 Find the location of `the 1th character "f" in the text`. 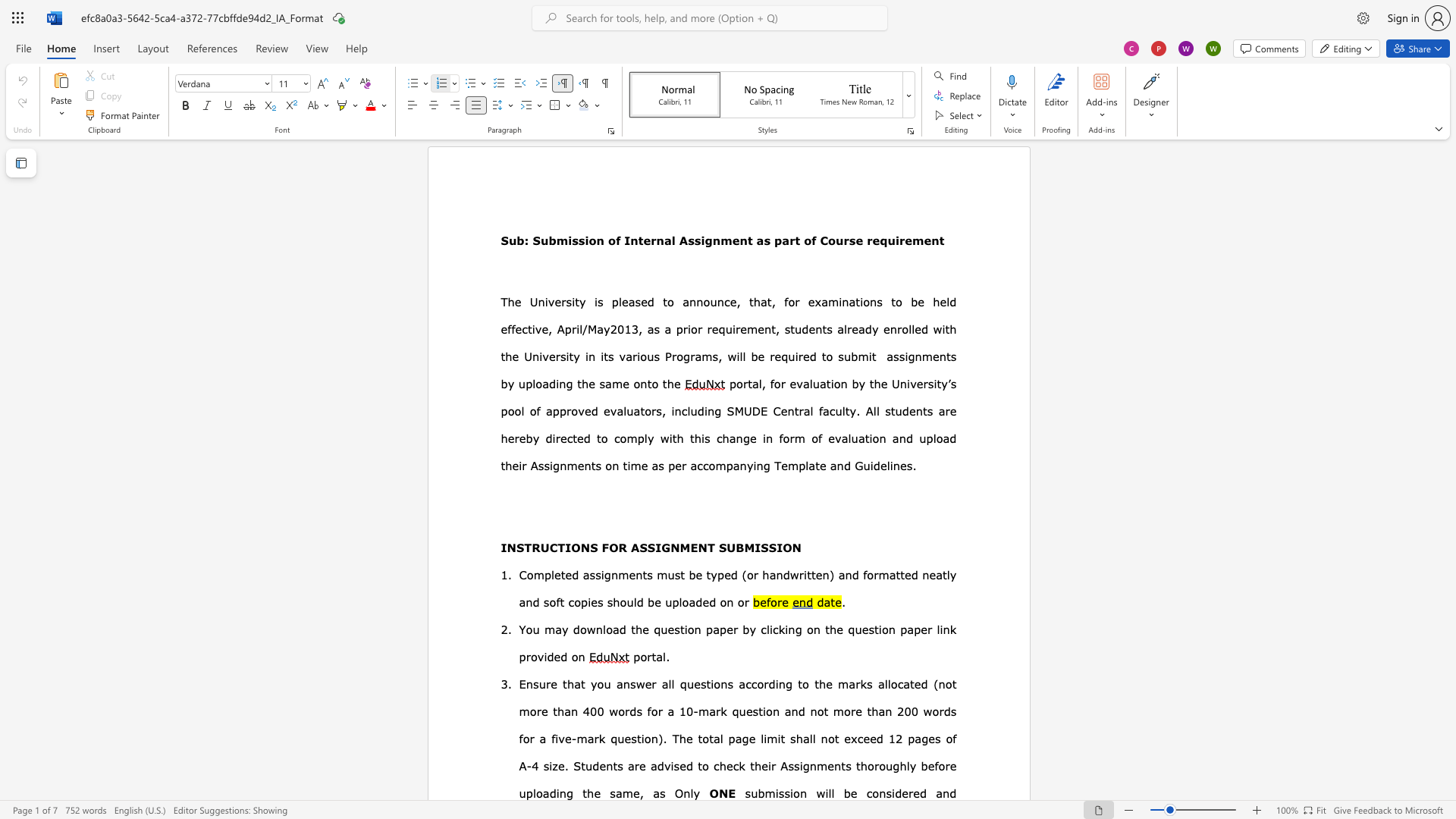

the 1th character "f" in the text is located at coordinates (935, 766).